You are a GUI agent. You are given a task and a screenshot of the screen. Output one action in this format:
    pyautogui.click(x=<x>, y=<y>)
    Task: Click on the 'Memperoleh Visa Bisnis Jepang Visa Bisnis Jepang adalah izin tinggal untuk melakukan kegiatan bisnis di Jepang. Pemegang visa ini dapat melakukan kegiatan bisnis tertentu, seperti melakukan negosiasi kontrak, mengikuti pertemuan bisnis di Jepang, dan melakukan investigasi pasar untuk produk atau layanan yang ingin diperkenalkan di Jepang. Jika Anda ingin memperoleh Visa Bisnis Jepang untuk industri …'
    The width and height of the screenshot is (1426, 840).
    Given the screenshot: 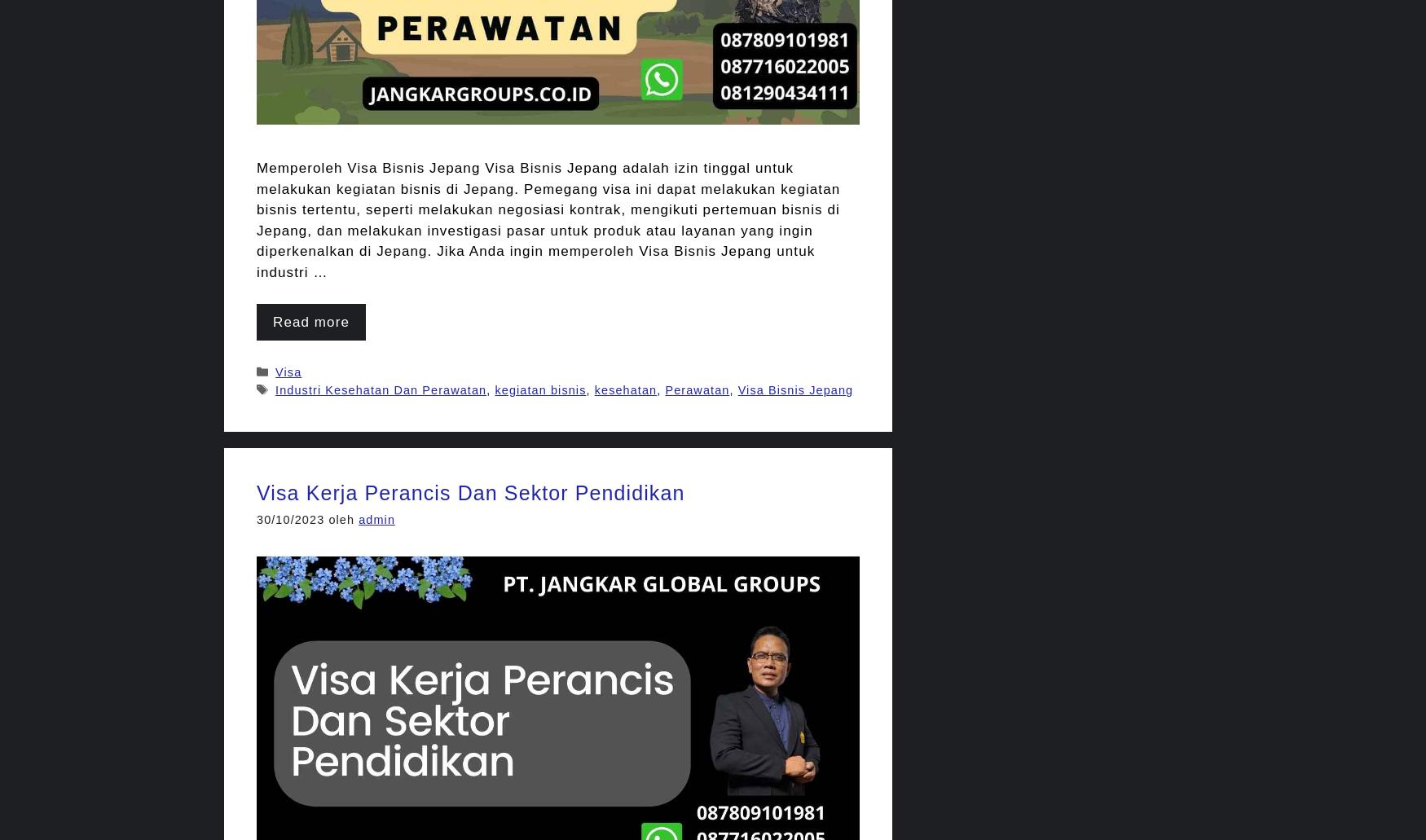 What is the action you would take?
    pyautogui.click(x=548, y=220)
    